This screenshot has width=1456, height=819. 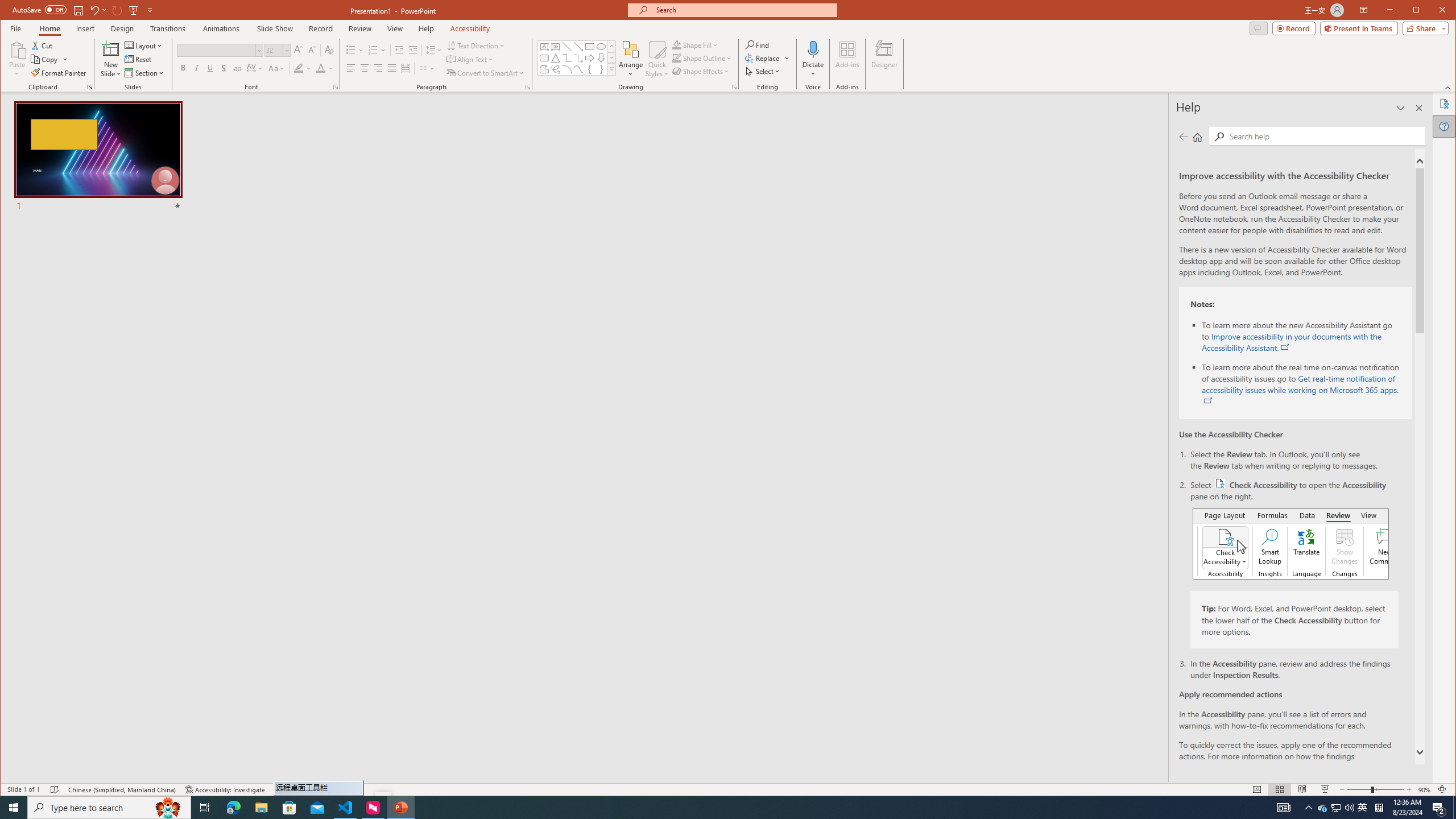 What do you see at coordinates (42, 45) in the screenshot?
I see `'Cut'` at bounding box center [42, 45].